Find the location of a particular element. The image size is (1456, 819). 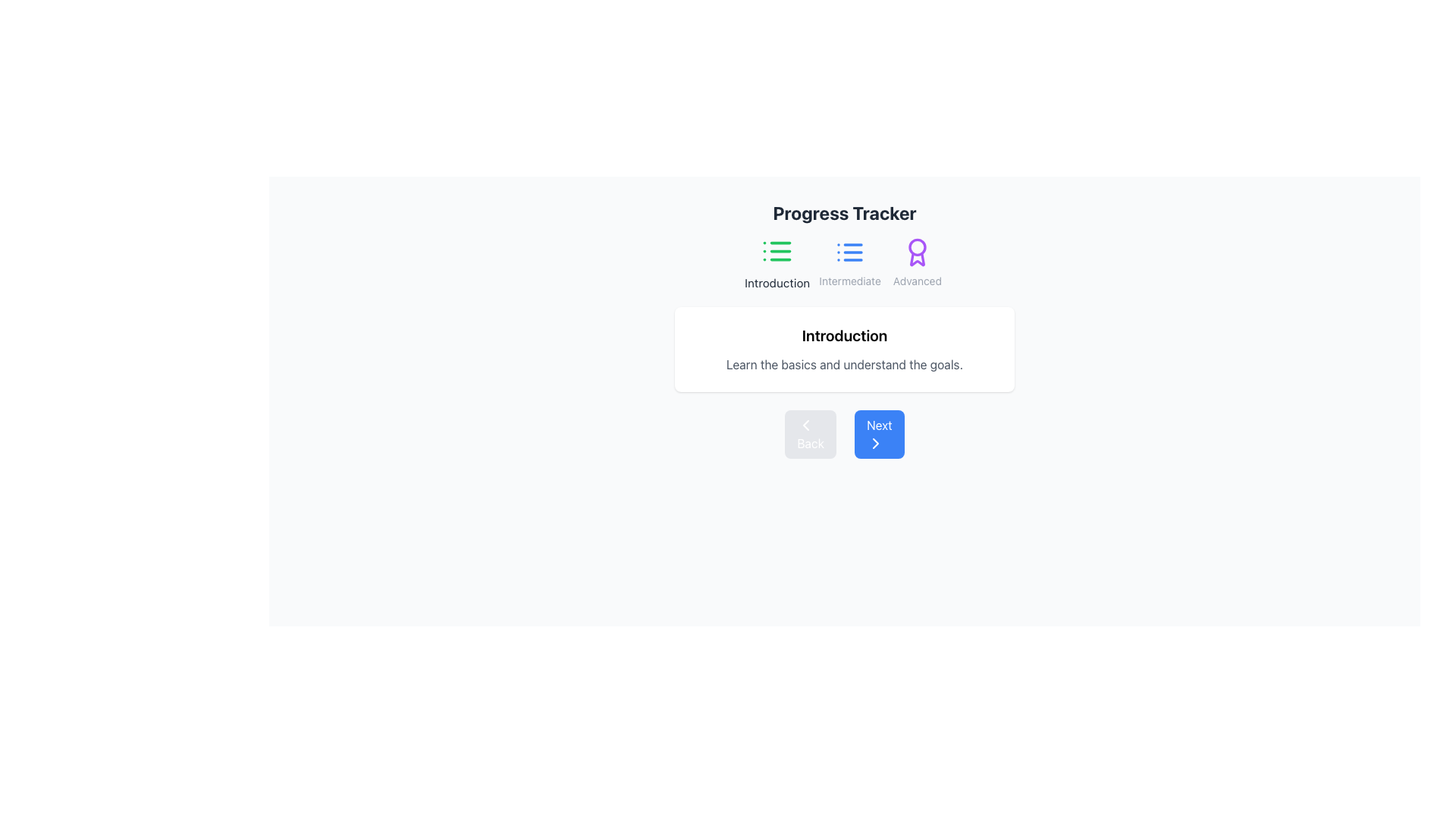

the 'Intermediate' progress stage icon located centrally among the three icons in the 'Progress Tracker' section is located at coordinates (850, 251).